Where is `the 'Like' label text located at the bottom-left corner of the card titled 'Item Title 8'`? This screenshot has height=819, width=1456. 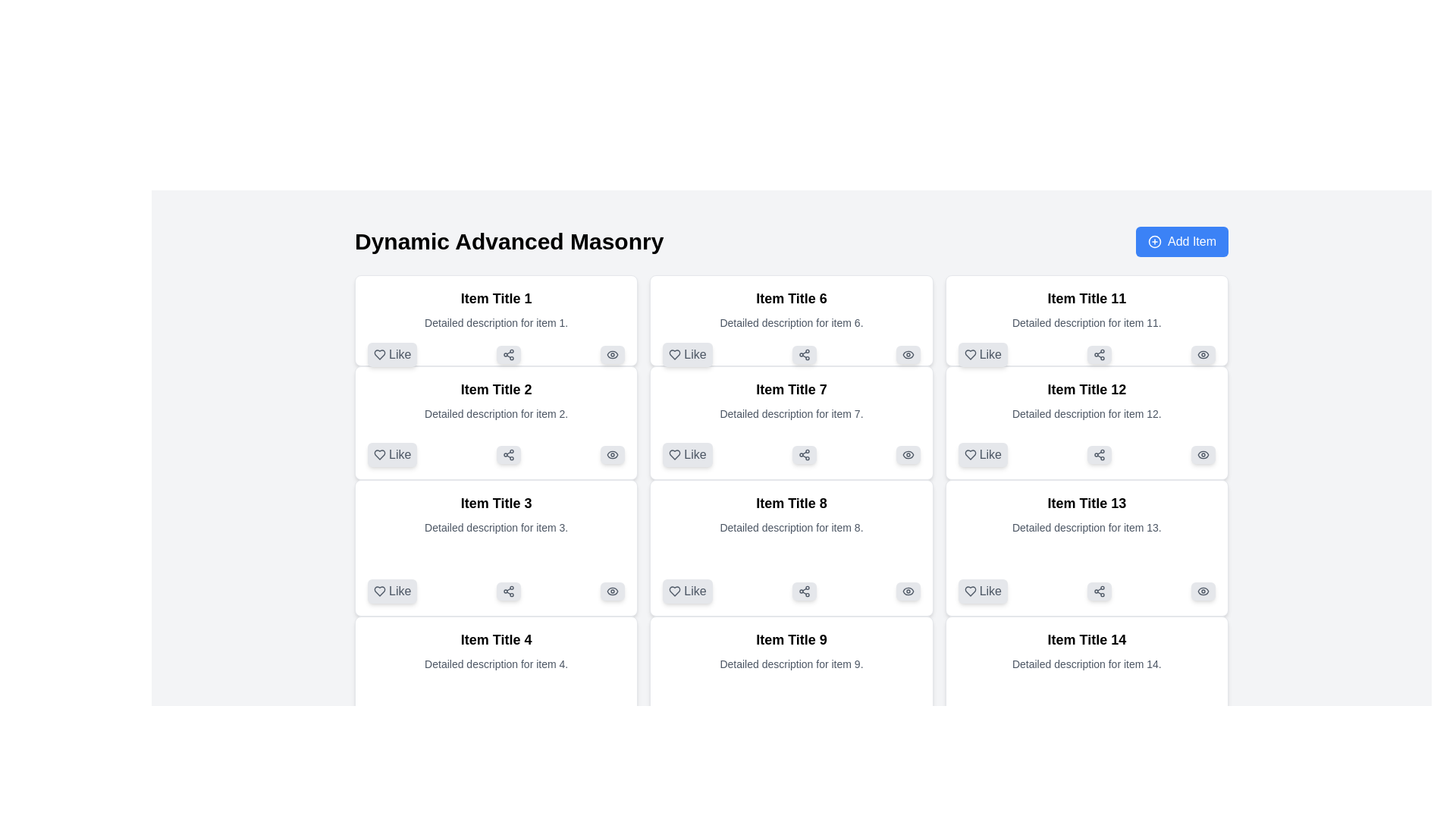 the 'Like' label text located at the bottom-left corner of the card titled 'Item Title 8' is located at coordinates (694, 590).